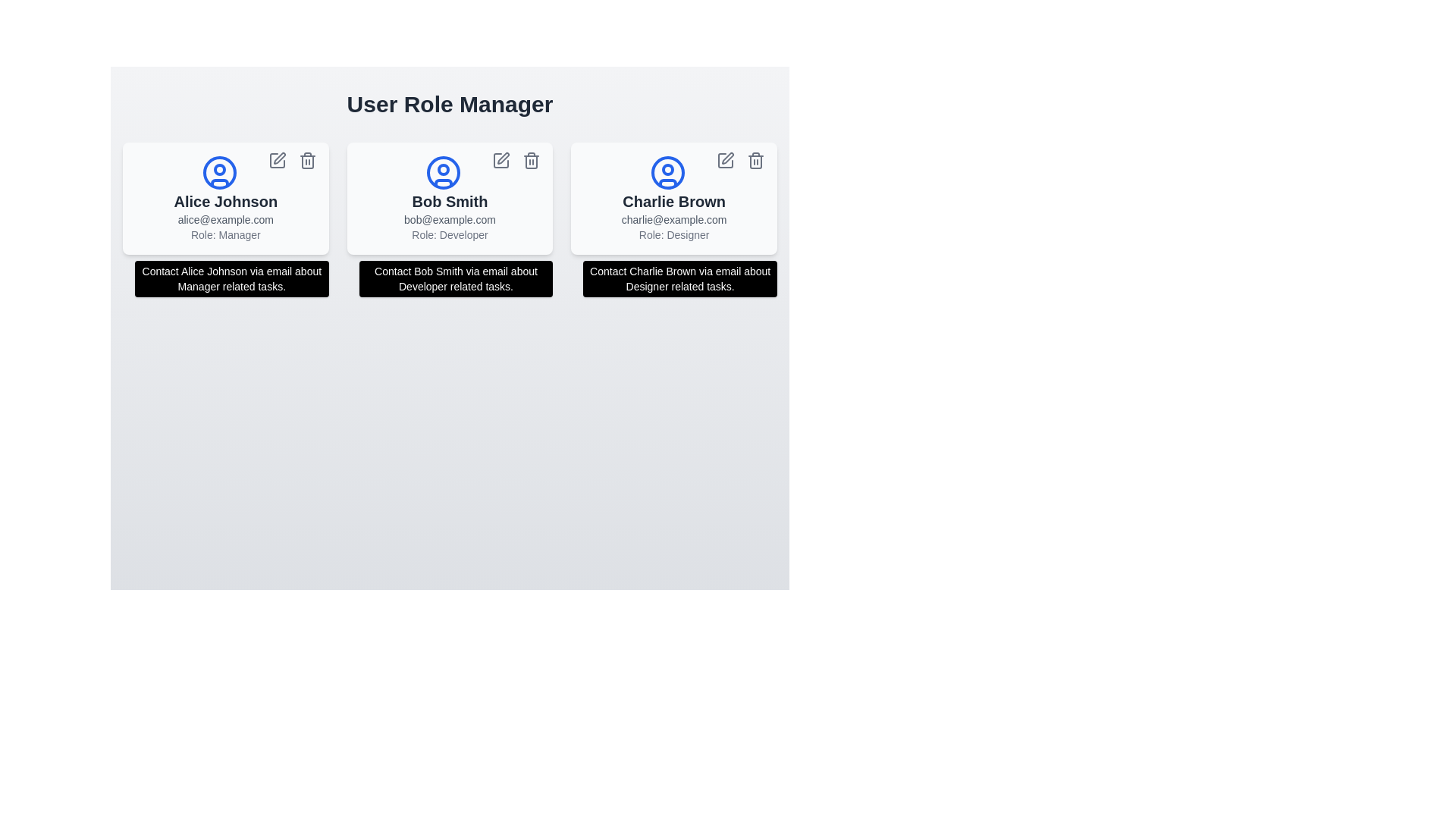 The width and height of the screenshot is (1456, 819). What do you see at coordinates (218, 169) in the screenshot?
I see `the small filled circular shape located in the head area of the user icon, which is part of the card layout containing the name 'Alice Johnson' and the role 'Manager'` at bounding box center [218, 169].